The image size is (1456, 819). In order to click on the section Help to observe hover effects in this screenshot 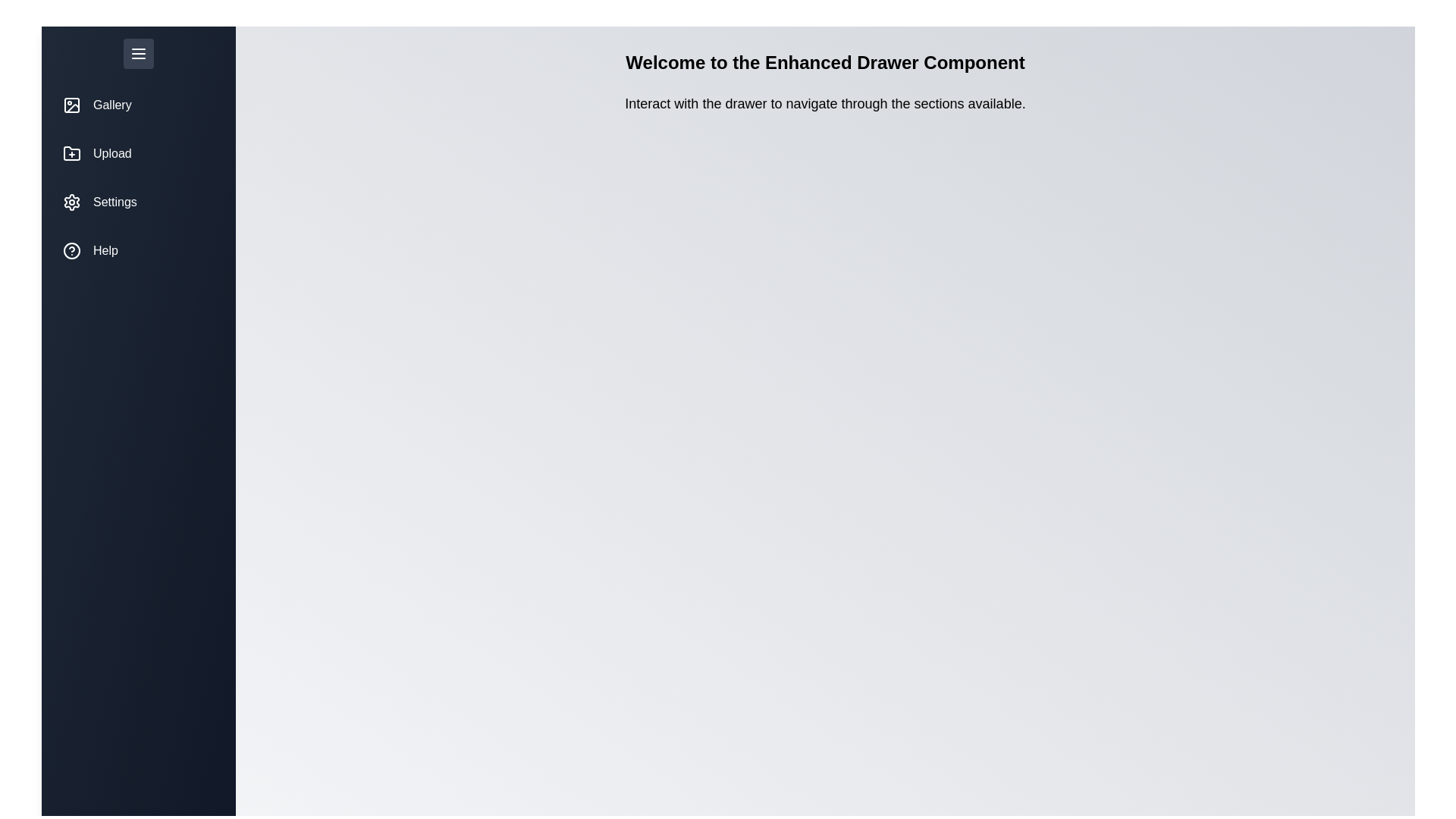, I will do `click(138, 250)`.